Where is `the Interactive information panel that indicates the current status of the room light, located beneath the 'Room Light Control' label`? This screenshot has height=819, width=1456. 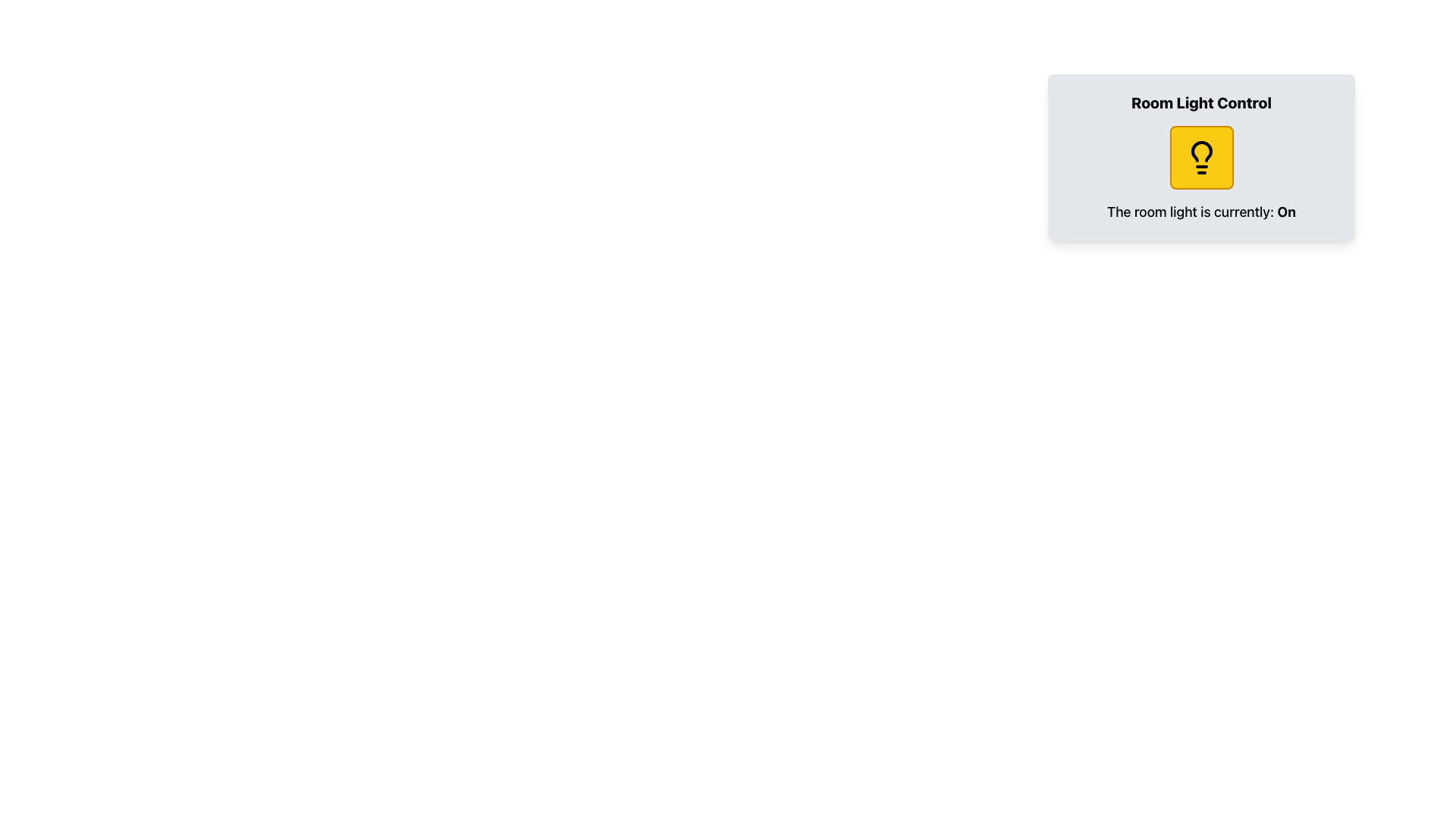
the Interactive information panel that indicates the current status of the room light, located beneath the 'Room Light Control' label is located at coordinates (1200, 174).